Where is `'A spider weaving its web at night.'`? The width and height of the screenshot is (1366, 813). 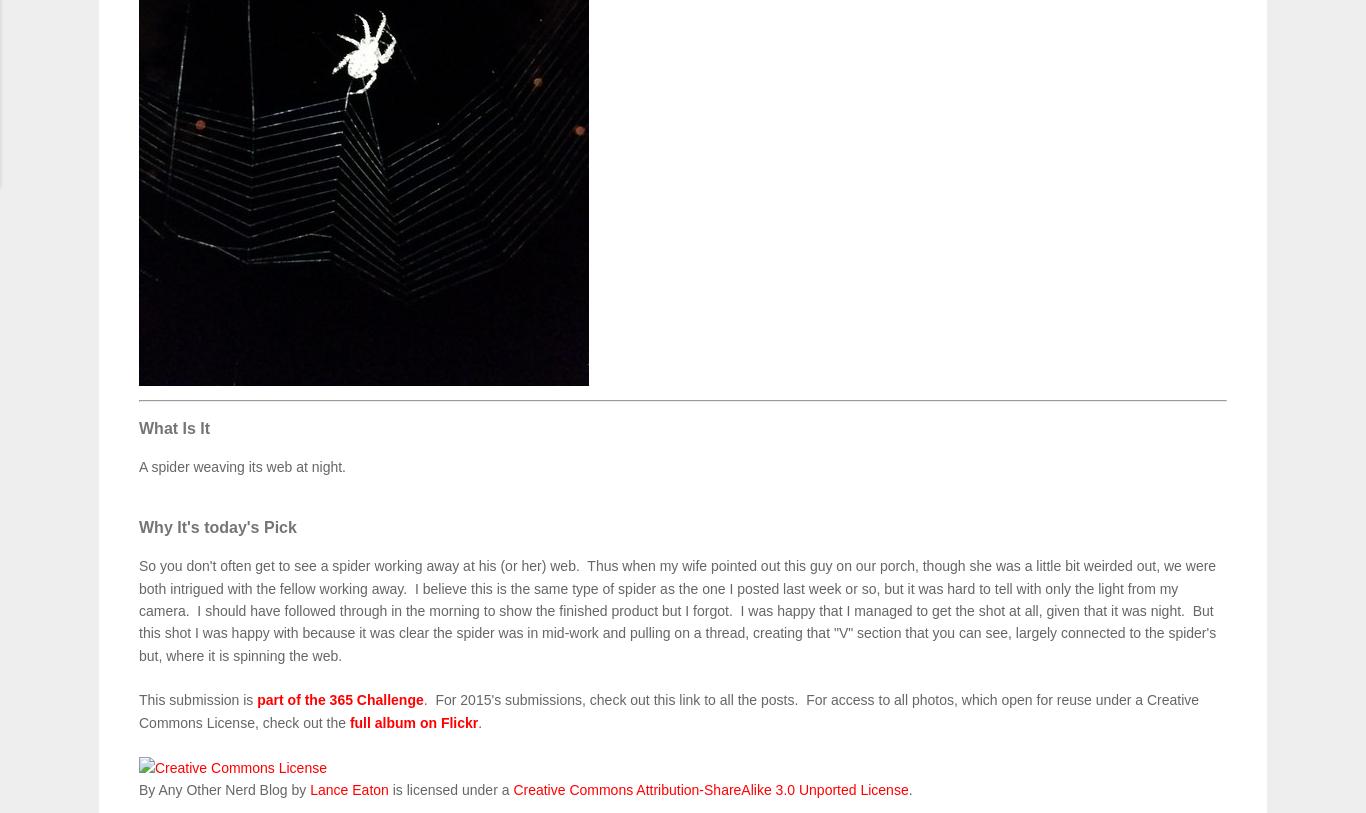
'A spider weaving its web at night.' is located at coordinates (138, 466).